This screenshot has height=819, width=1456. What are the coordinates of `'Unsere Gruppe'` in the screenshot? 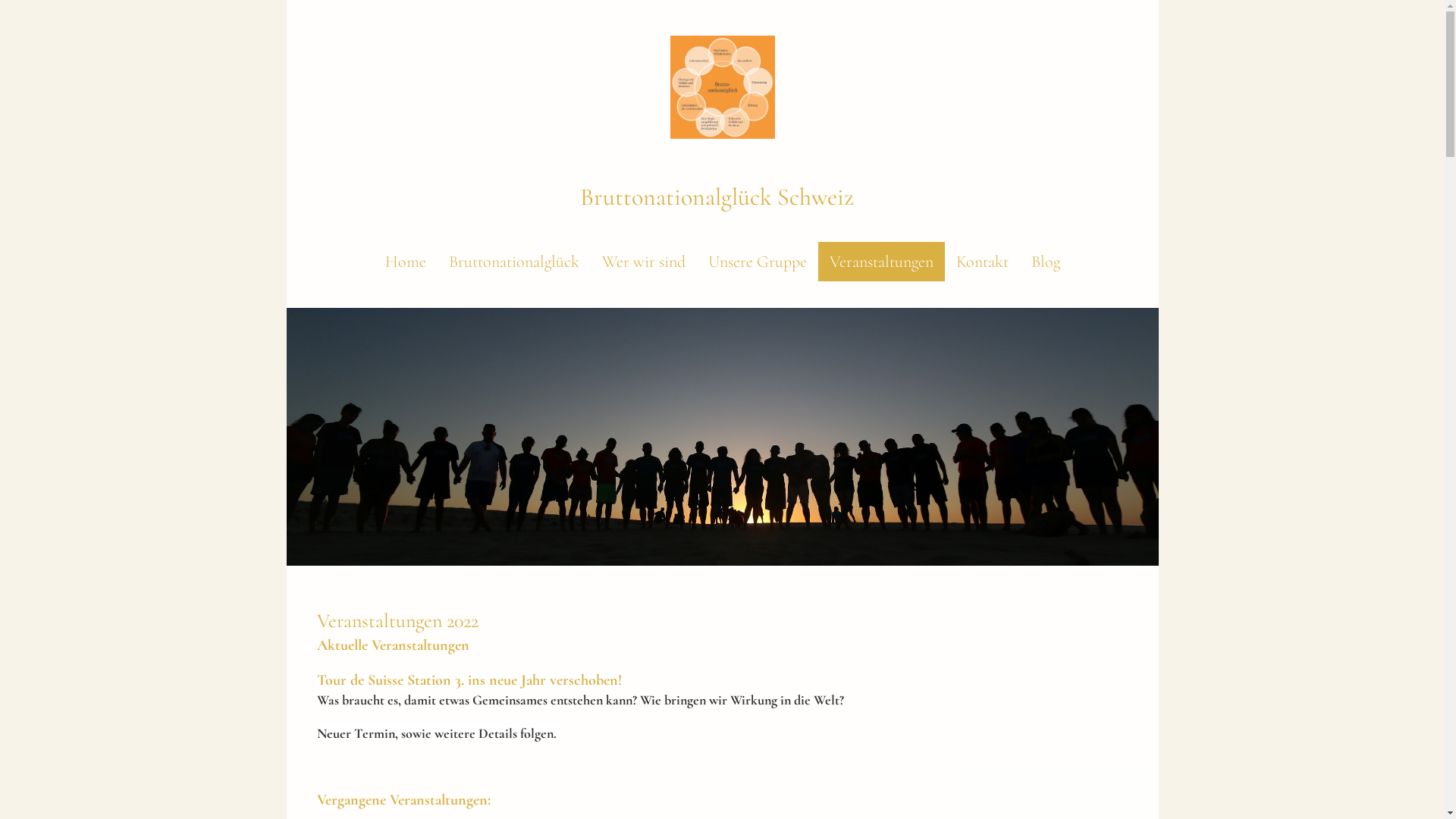 It's located at (757, 260).